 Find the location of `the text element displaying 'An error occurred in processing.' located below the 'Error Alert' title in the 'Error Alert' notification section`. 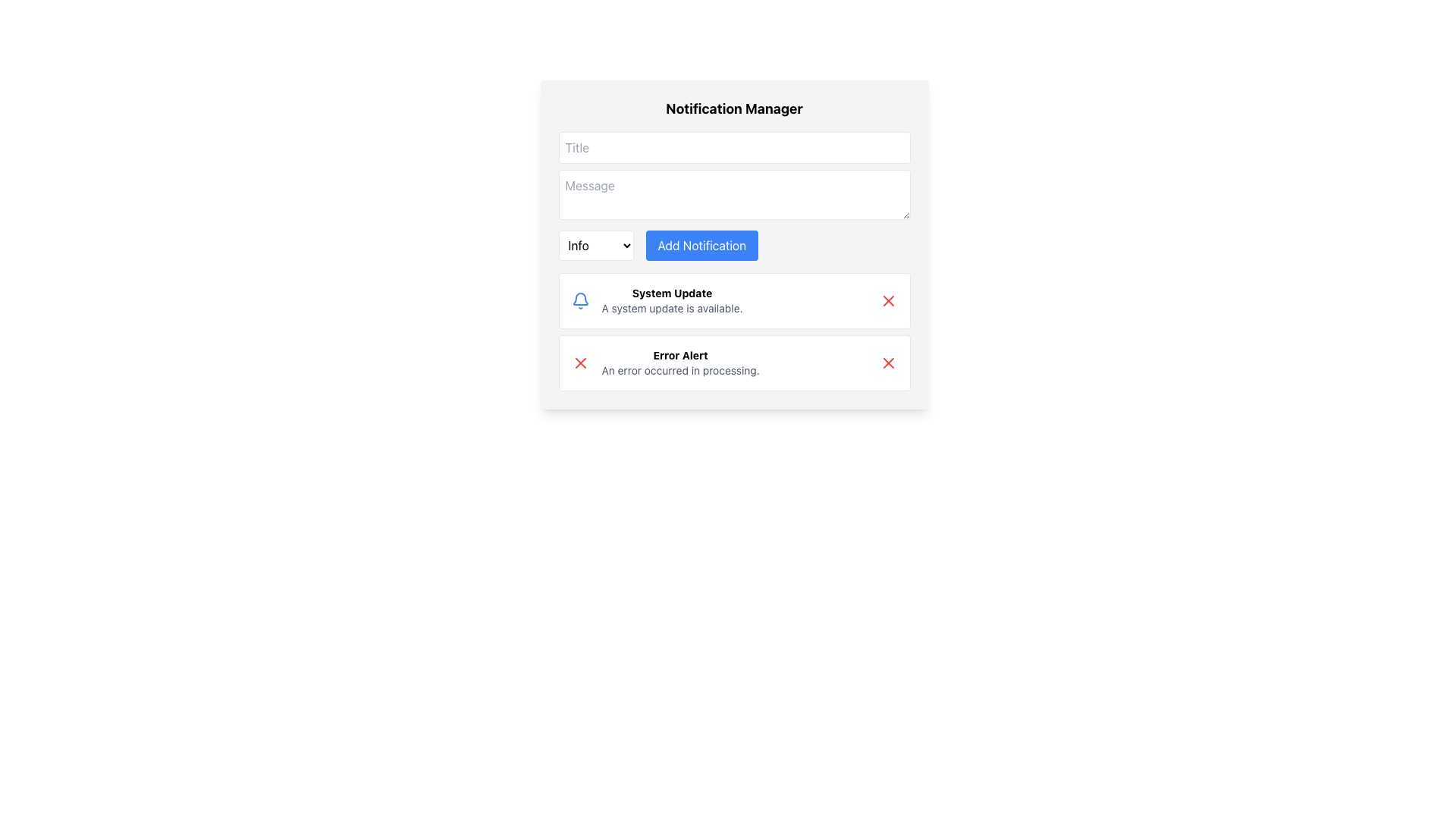

the text element displaying 'An error occurred in processing.' located below the 'Error Alert' title in the 'Error Alert' notification section is located at coordinates (679, 371).